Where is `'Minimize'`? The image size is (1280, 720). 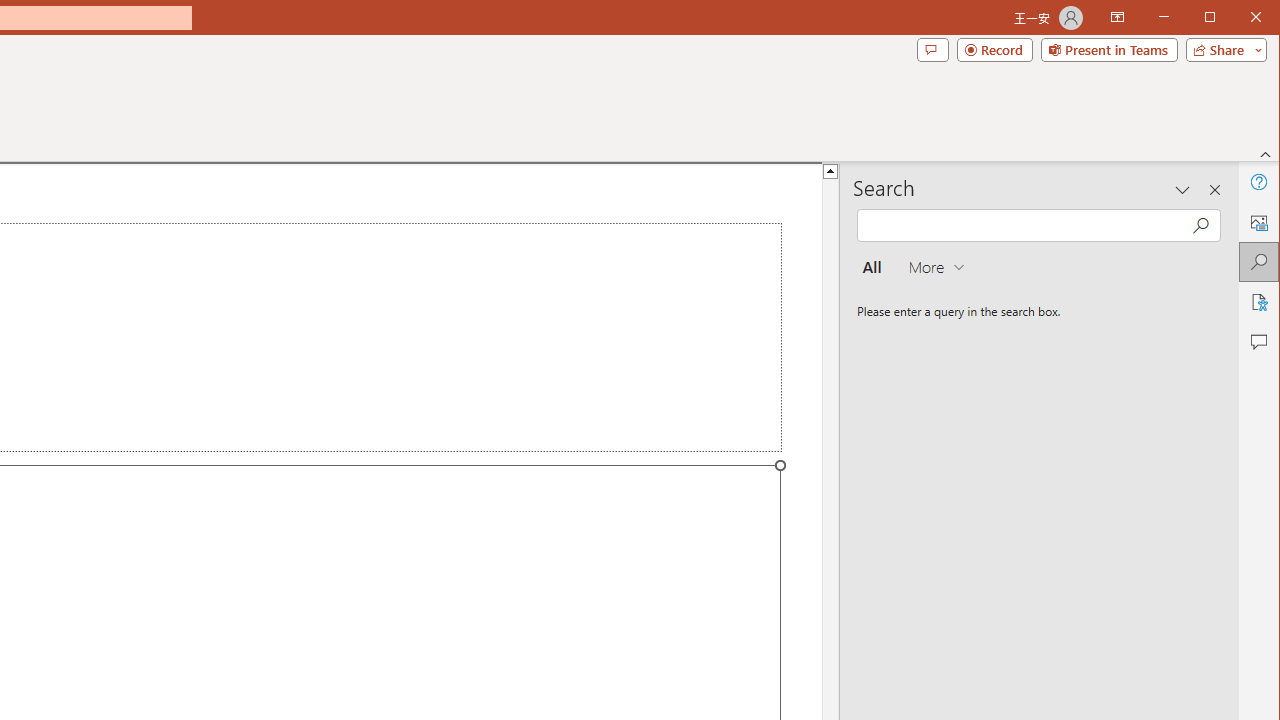 'Minimize' is located at coordinates (1215, 19).